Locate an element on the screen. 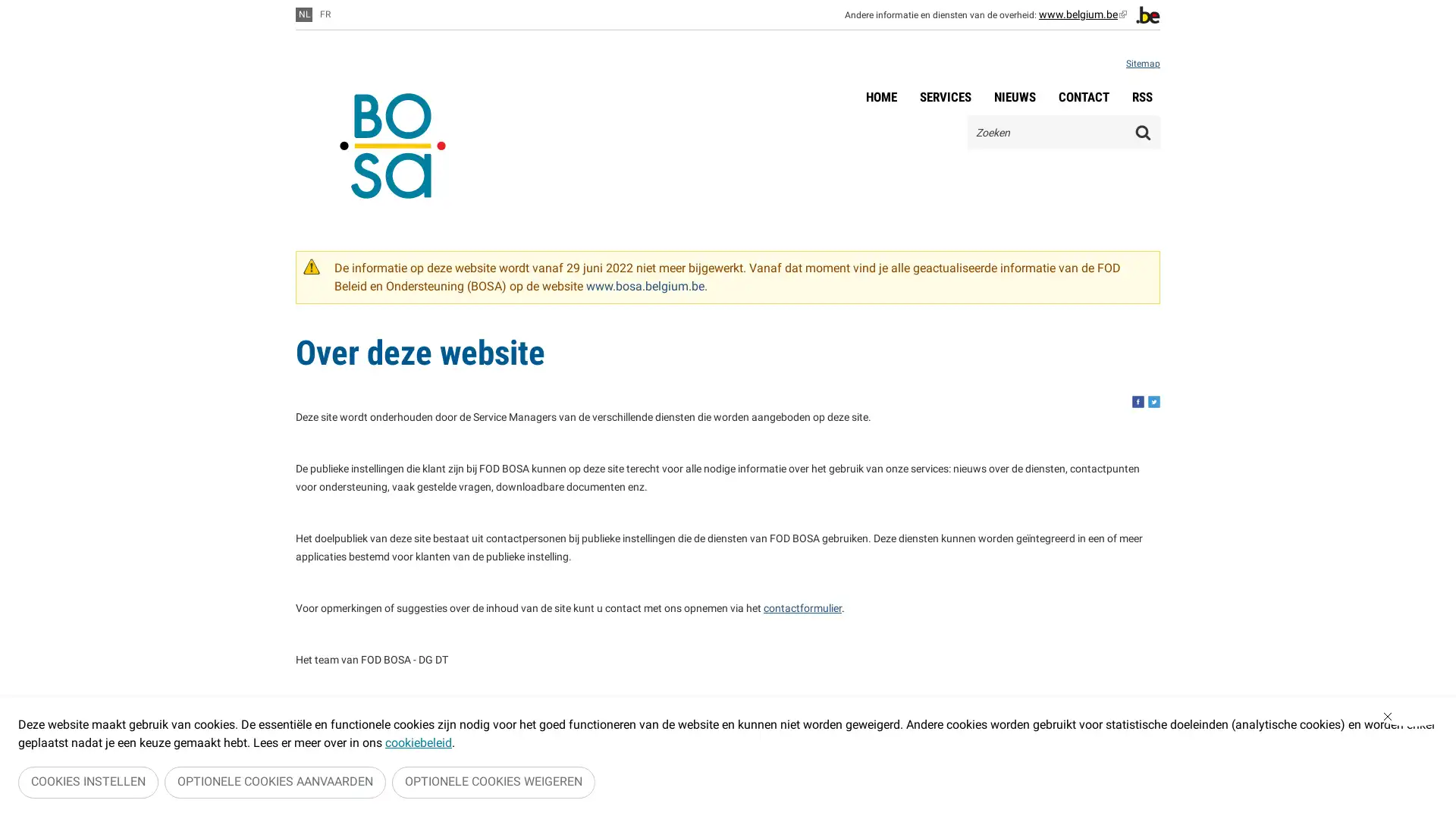 The image size is (1456, 819). Share this, twitter. This button opens a new window is located at coordinates (1153, 400).